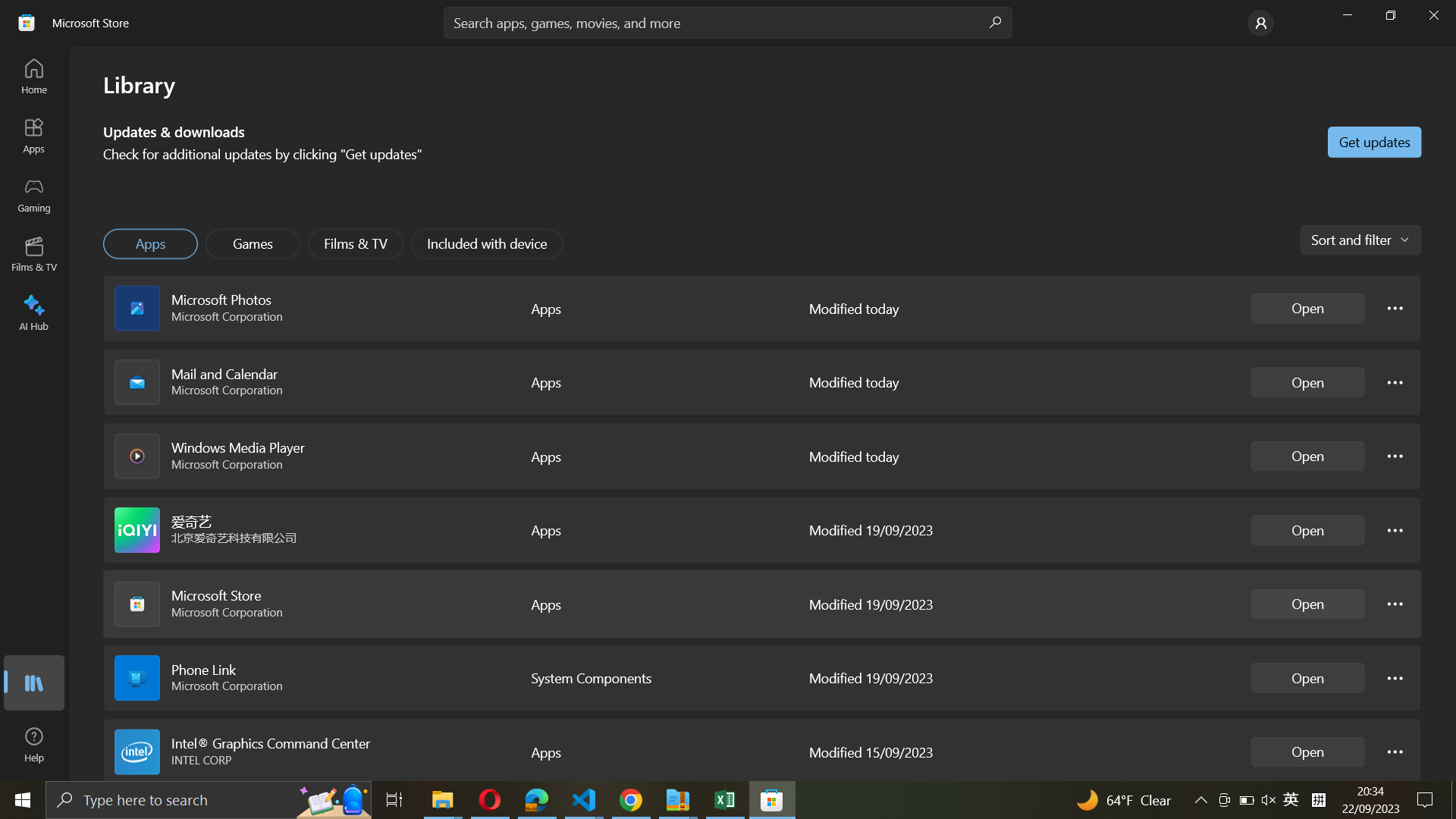  Describe the element at coordinates (1307, 380) in the screenshot. I see `Mail and Calendar application` at that location.